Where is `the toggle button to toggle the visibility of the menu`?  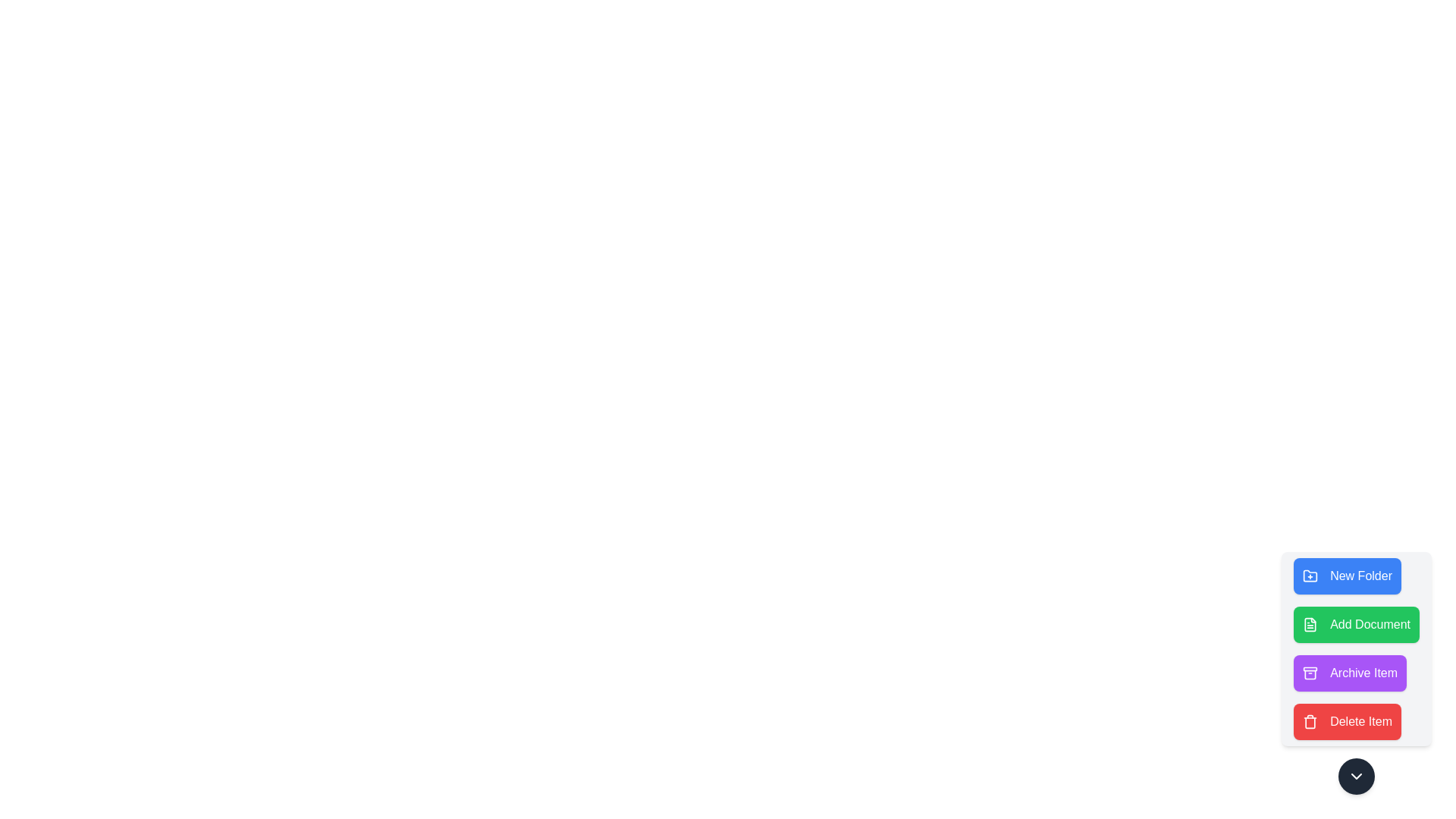
the toggle button to toggle the visibility of the menu is located at coordinates (1357, 776).